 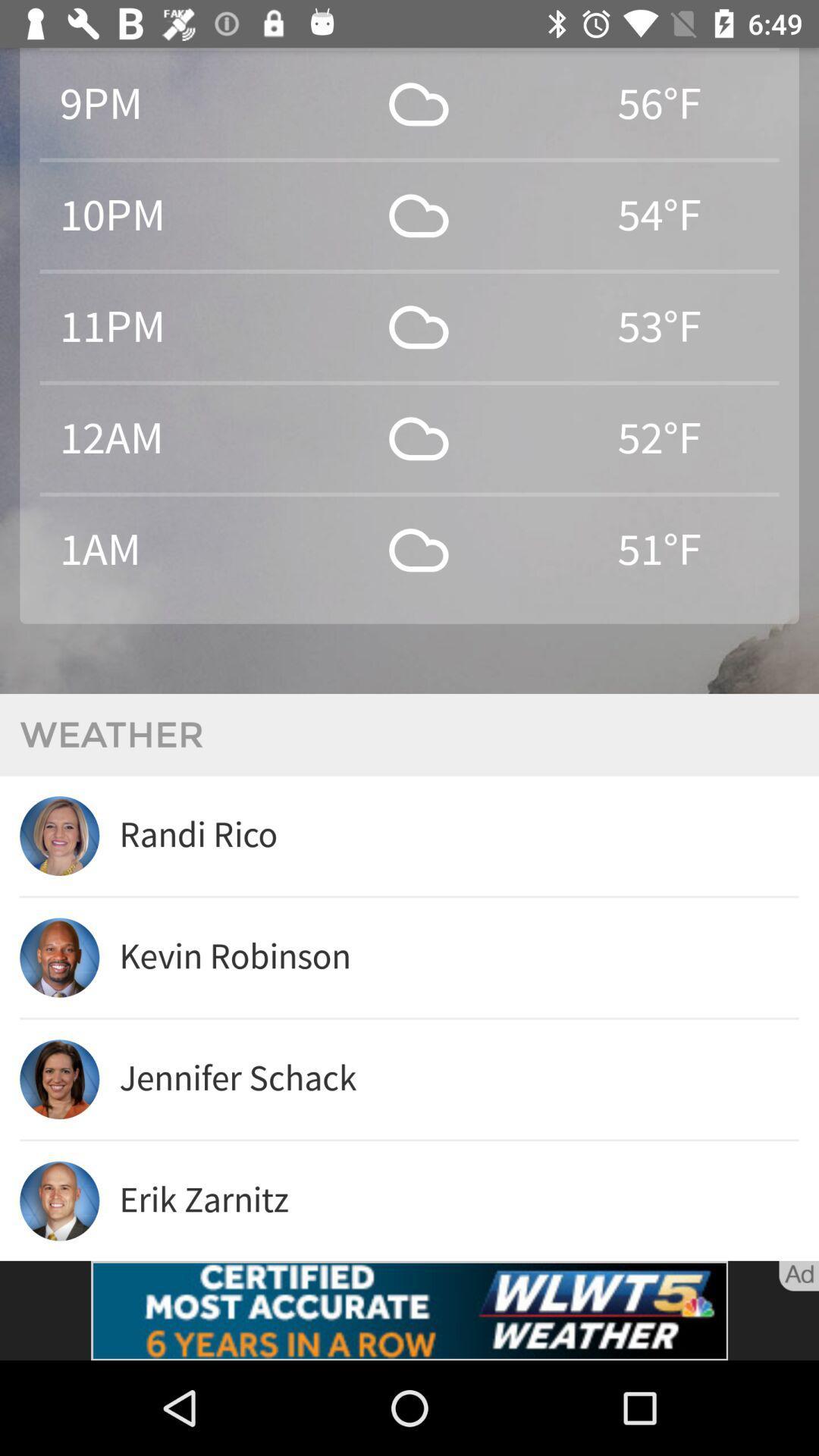 What do you see at coordinates (409, 1310) in the screenshot?
I see `advertisement` at bounding box center [409, 1310].